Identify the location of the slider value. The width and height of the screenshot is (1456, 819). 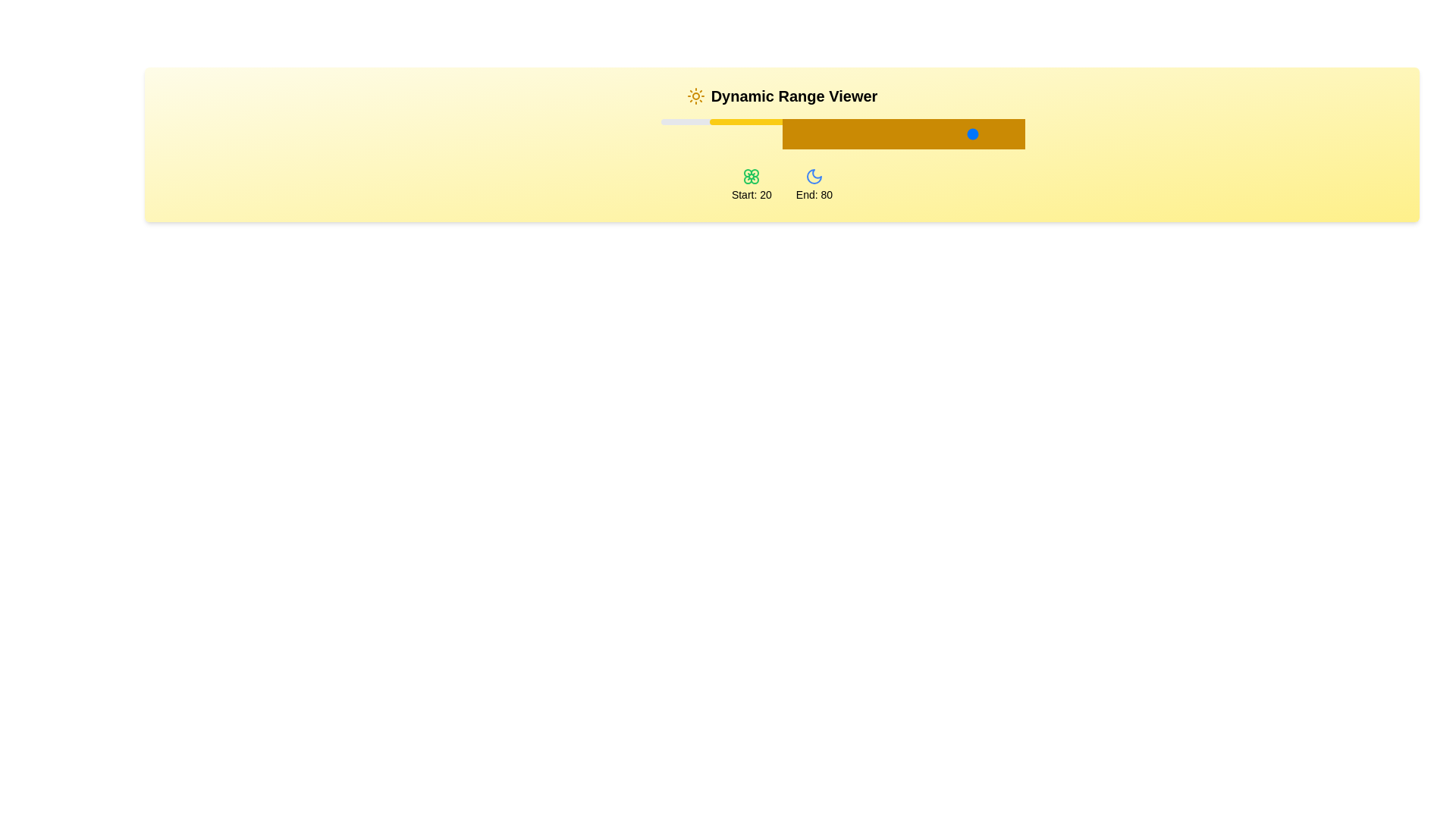
(1010, 133).